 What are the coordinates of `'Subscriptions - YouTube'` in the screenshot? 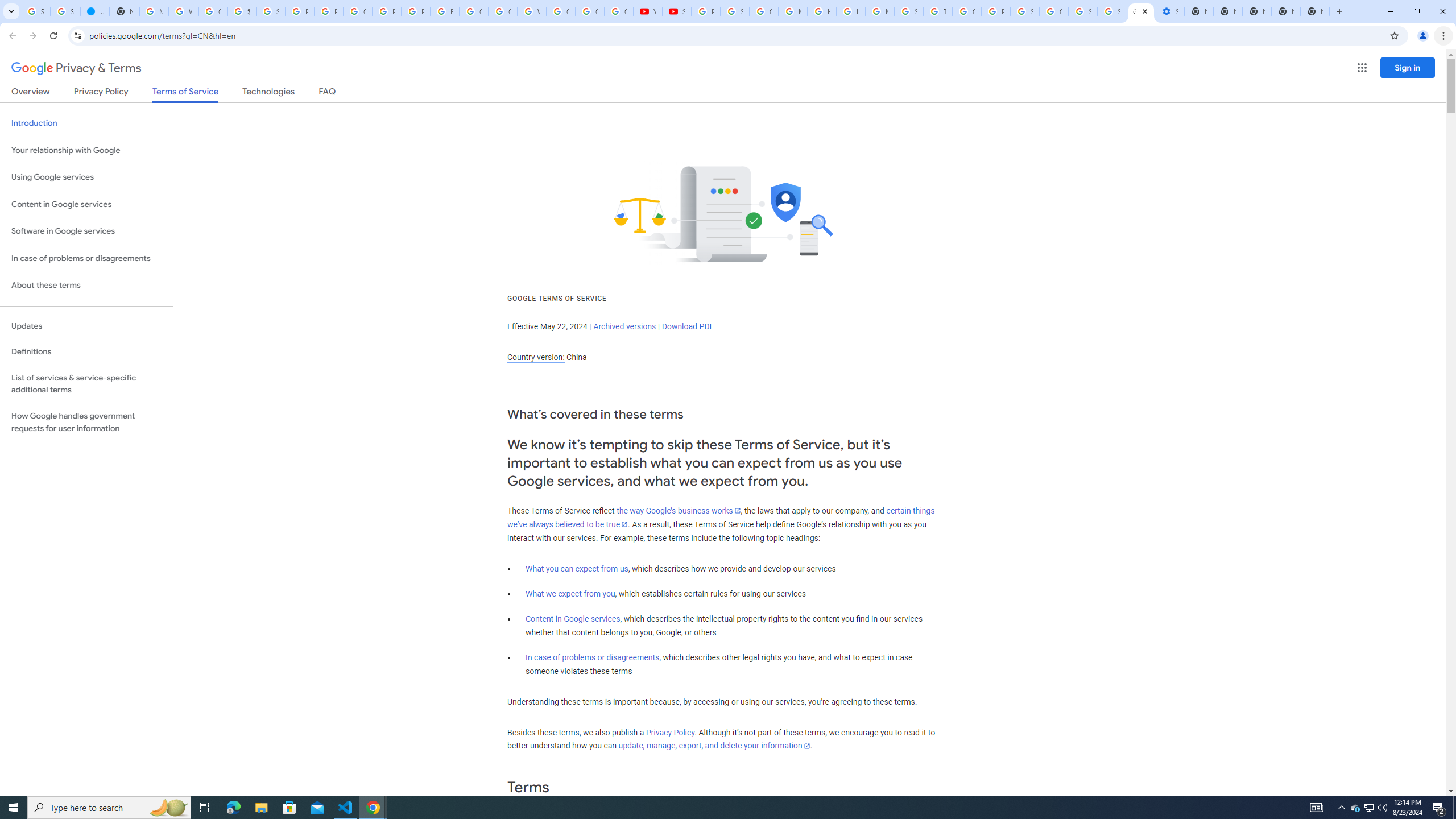 It's located at (677, 11).